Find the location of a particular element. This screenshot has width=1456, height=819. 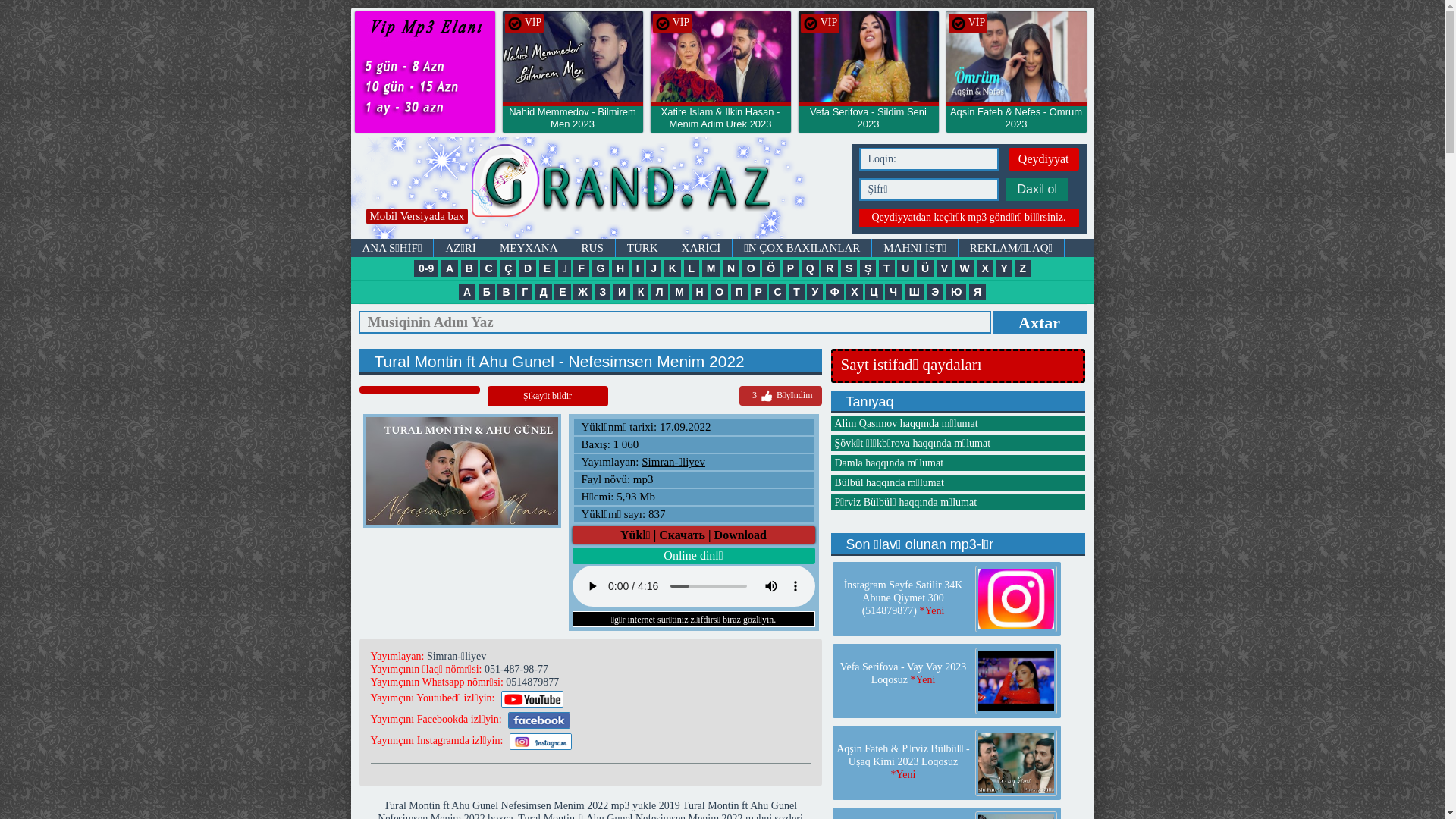

'F' is located at coordinates (580, 268).